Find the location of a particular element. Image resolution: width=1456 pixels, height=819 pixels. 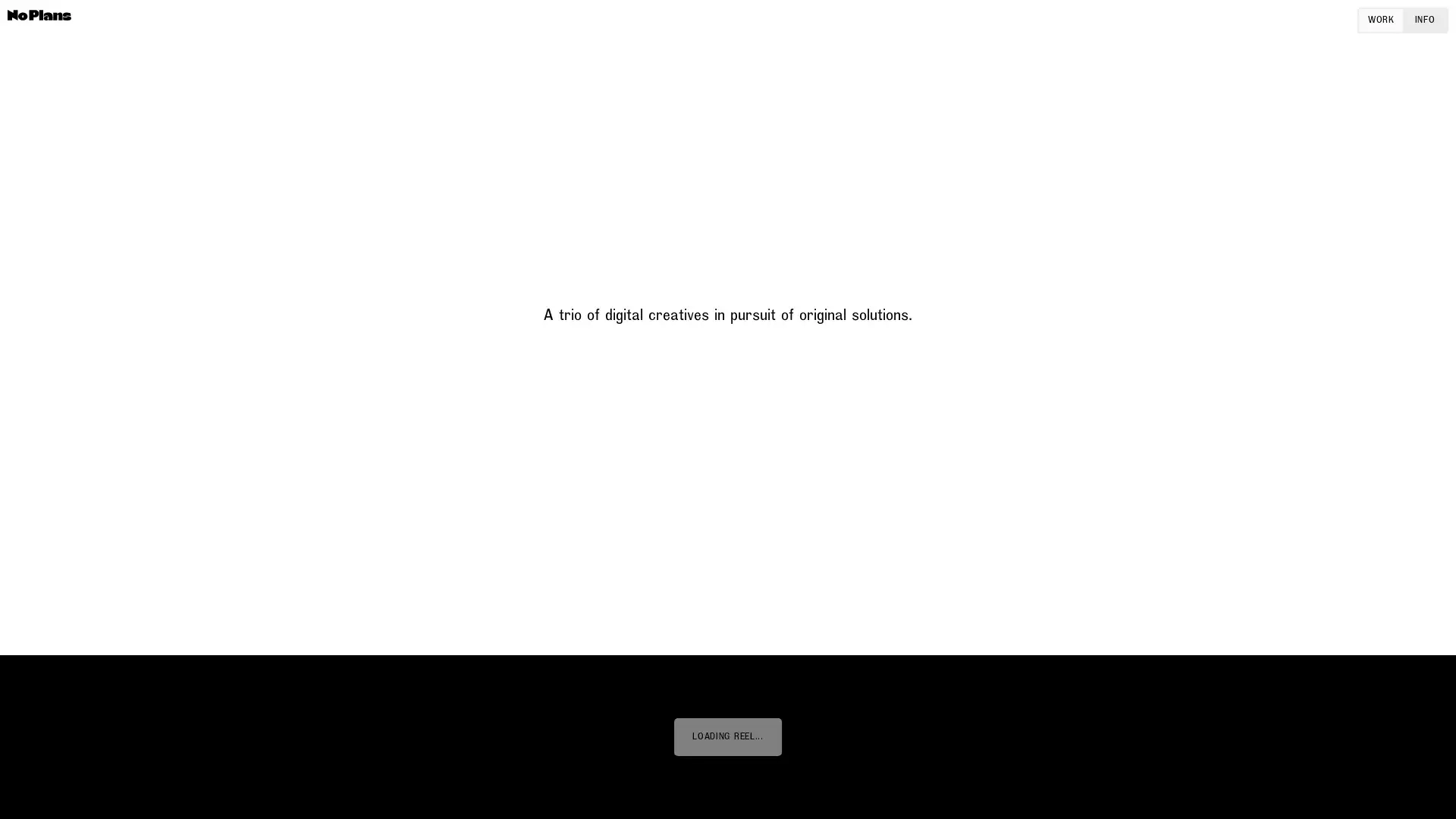

PLAY REEL is located at coordinates (726, 736).